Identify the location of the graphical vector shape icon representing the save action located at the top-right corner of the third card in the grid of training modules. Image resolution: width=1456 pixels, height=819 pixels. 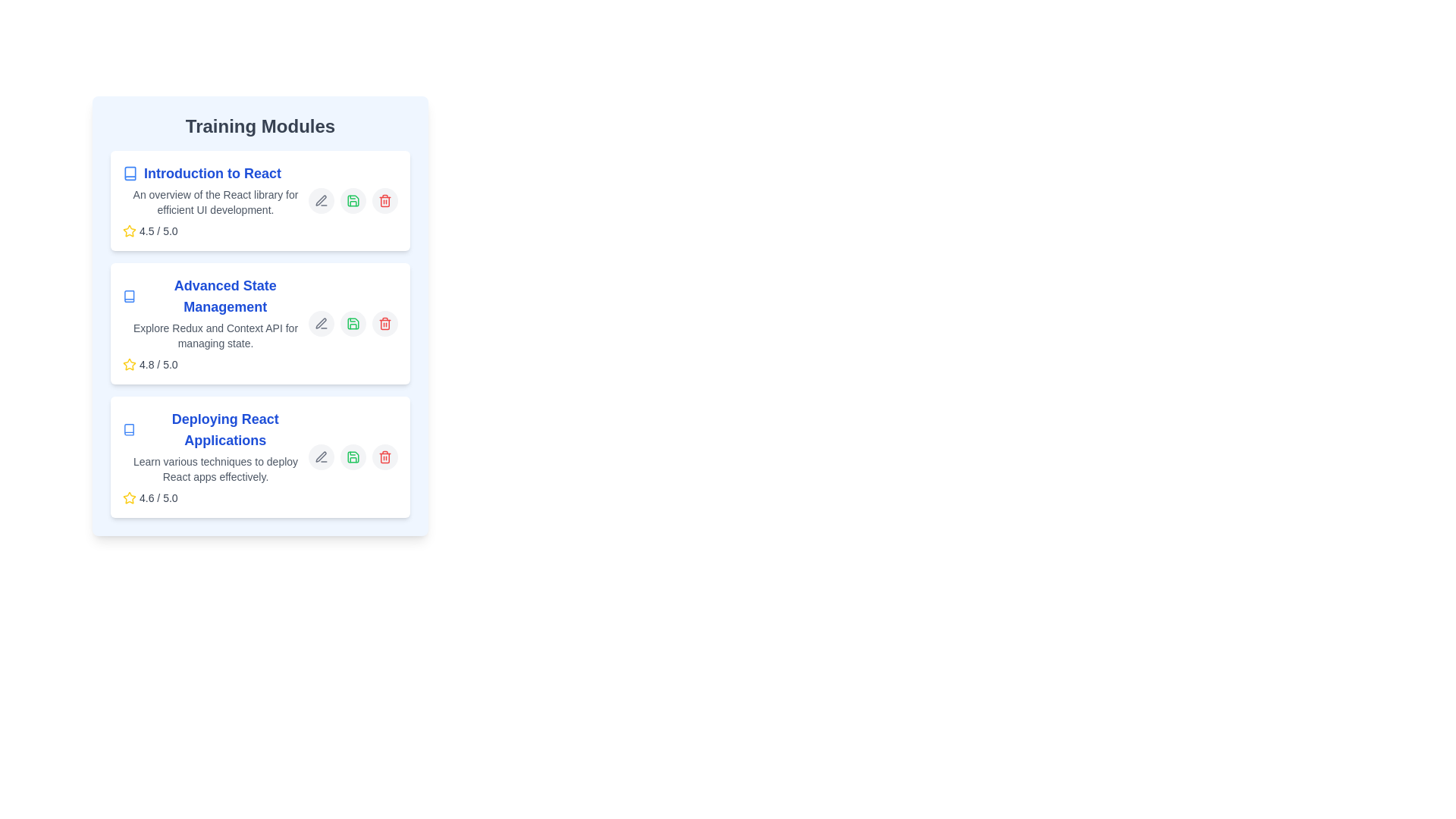
(352, 456).